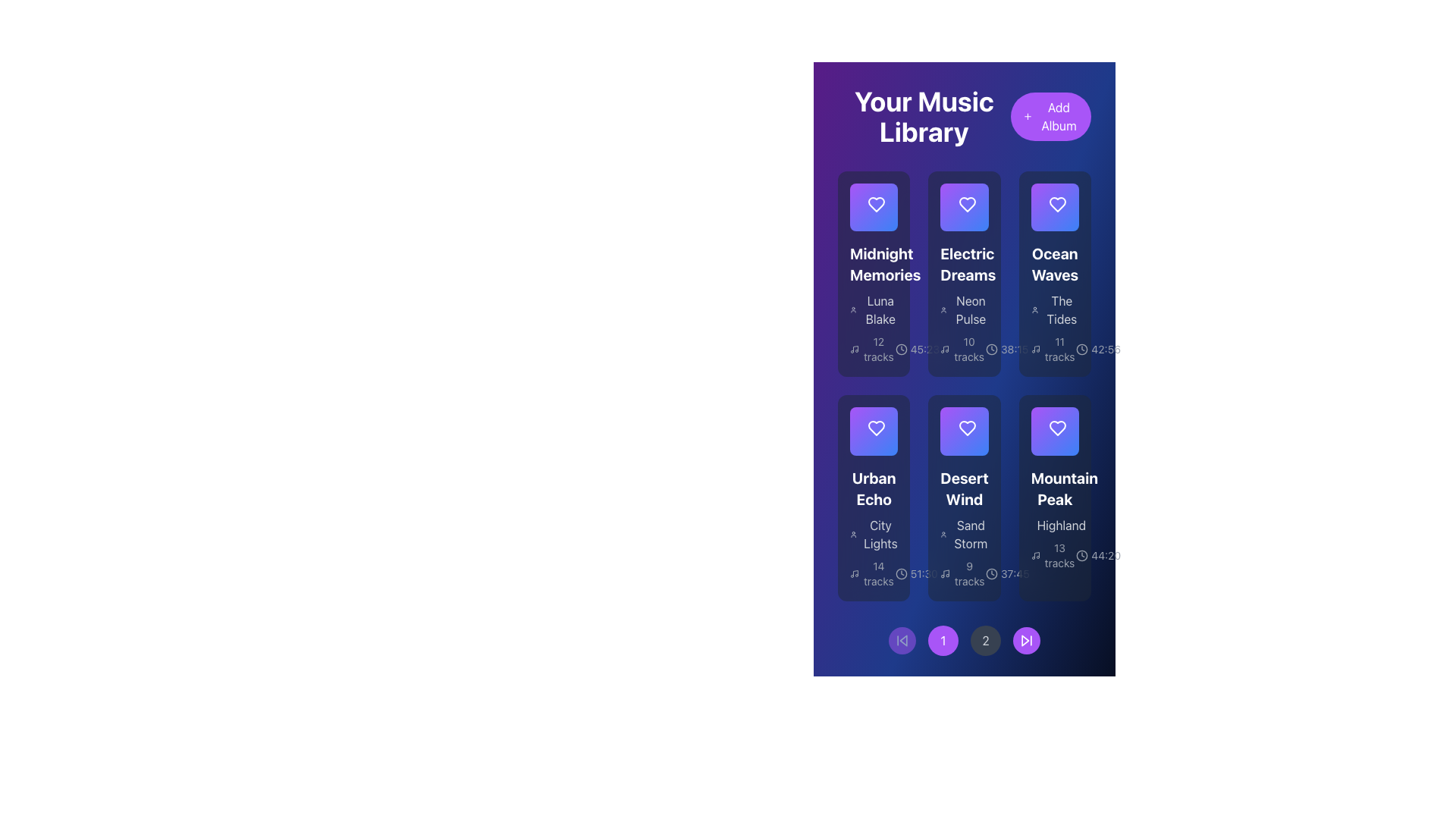 Image resolution: width=1456 pixels, height=819 pixels. I want to click on the favorite toggle icon button located at the top center of the 'Electric Dreams' card, so click(966, 205).